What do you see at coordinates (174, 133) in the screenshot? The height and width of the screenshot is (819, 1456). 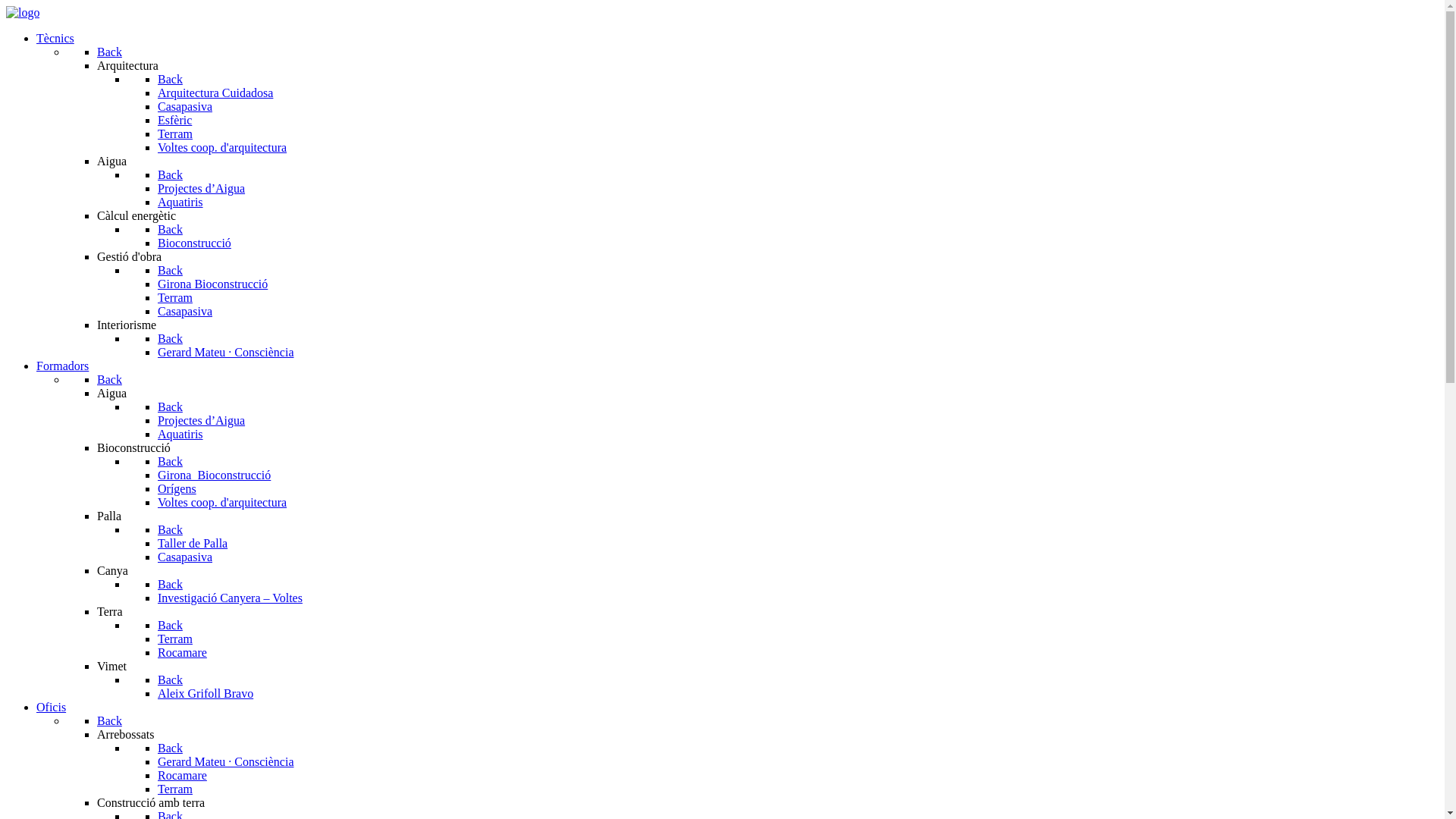 I see `'Terram'` at bounding box center [174, 133].